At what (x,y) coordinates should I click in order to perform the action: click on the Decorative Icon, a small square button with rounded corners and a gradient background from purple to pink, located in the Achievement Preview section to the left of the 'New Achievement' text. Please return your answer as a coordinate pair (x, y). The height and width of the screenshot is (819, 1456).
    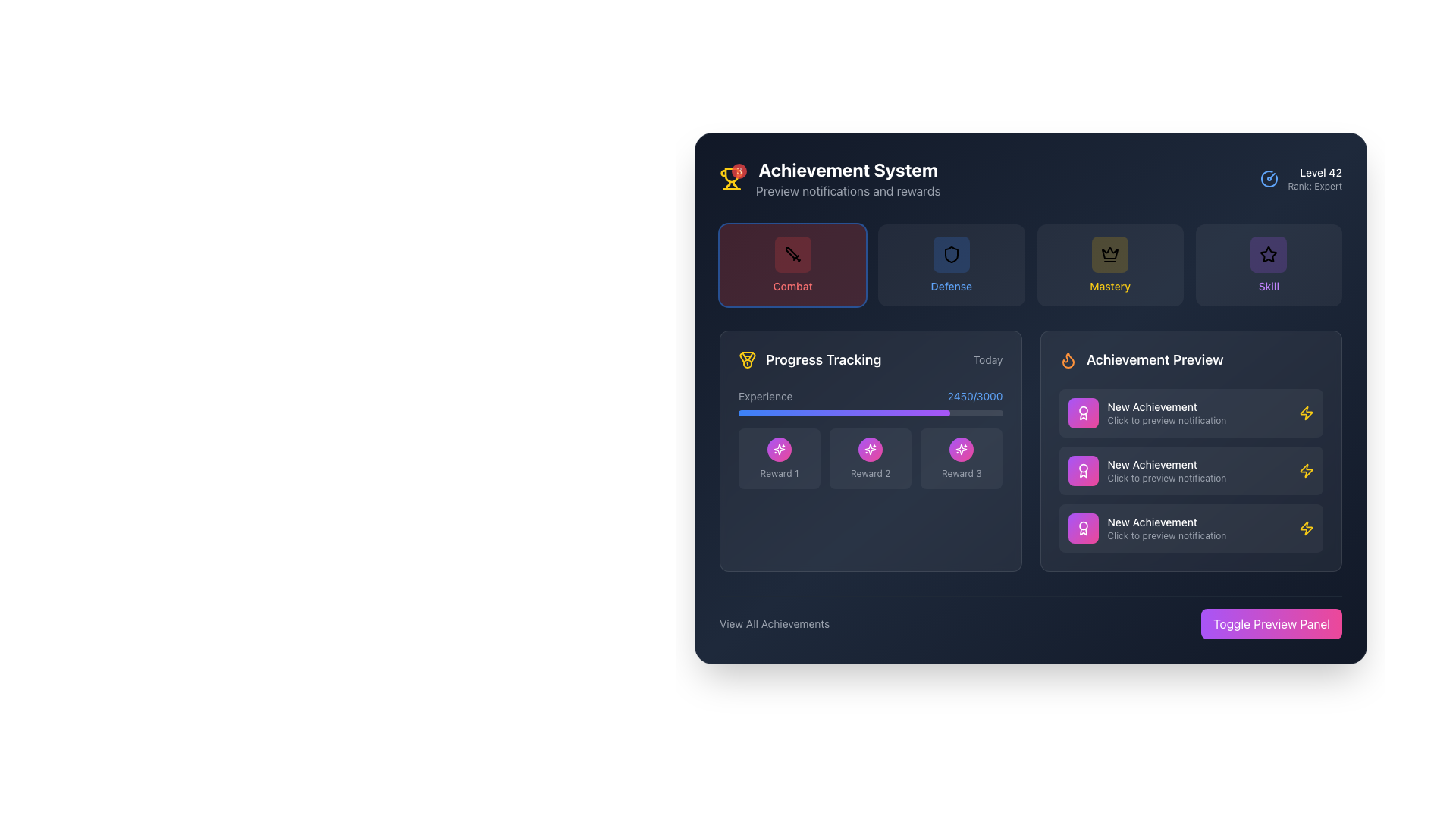
    Looking at the image, I should click on (1082, 528).